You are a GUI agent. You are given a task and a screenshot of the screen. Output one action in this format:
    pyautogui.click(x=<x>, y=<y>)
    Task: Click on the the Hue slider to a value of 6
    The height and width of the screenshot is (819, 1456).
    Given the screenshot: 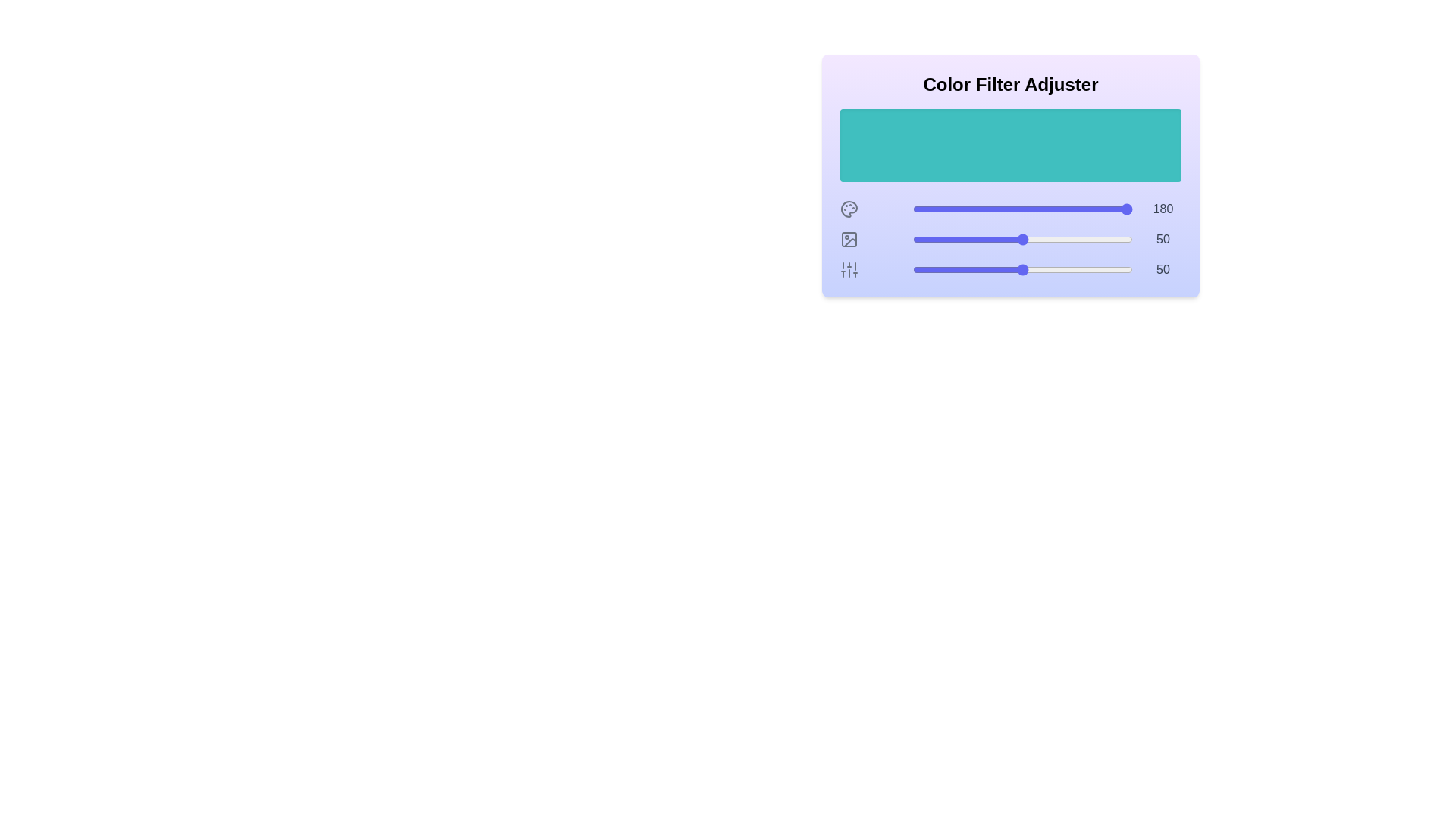 What is the action you would take?
    pyautogui.click(x=925, y=209)
    